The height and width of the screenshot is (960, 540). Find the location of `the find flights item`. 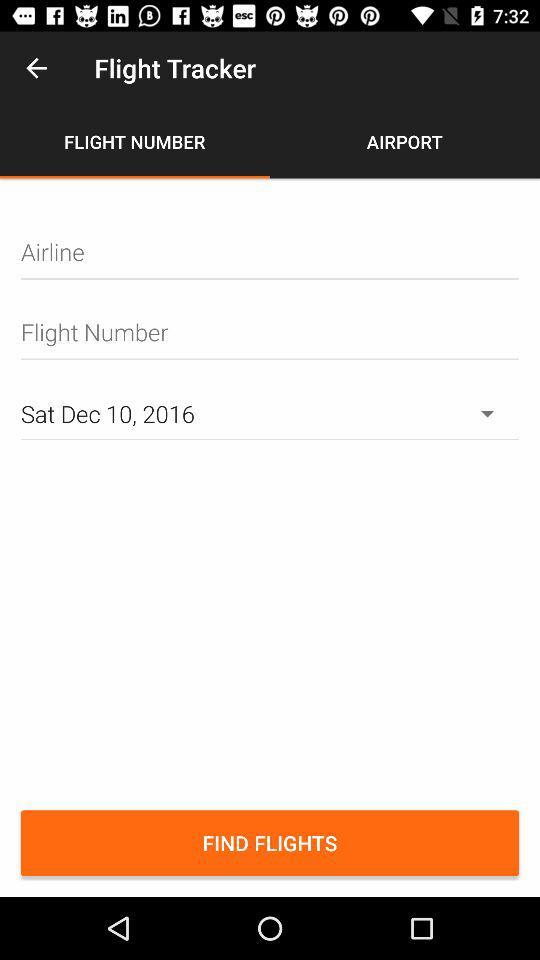

the find flights item is located at coordinates (270, 842).